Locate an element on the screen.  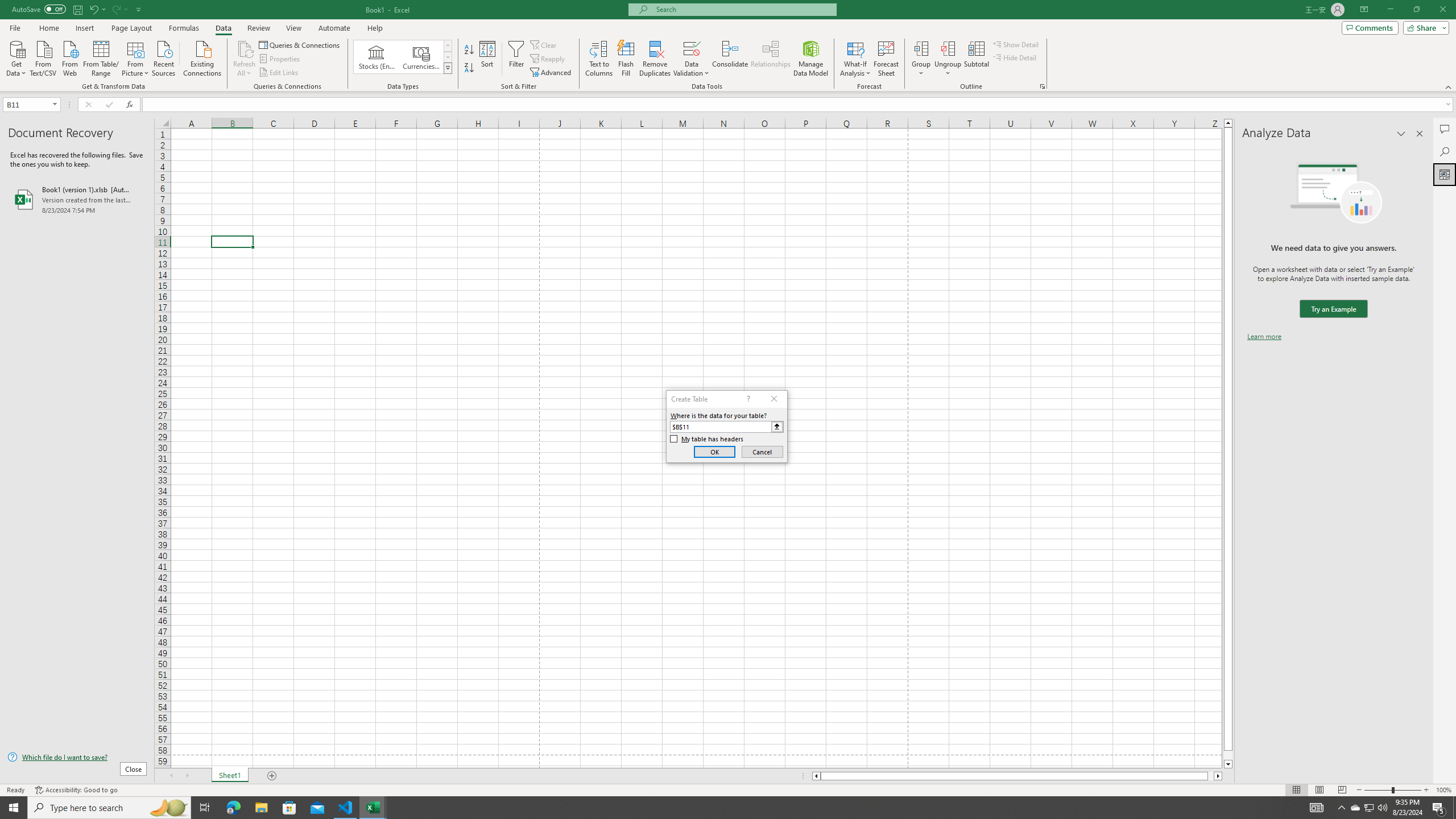
'Subtotal' is located at coordinates (976, 59).